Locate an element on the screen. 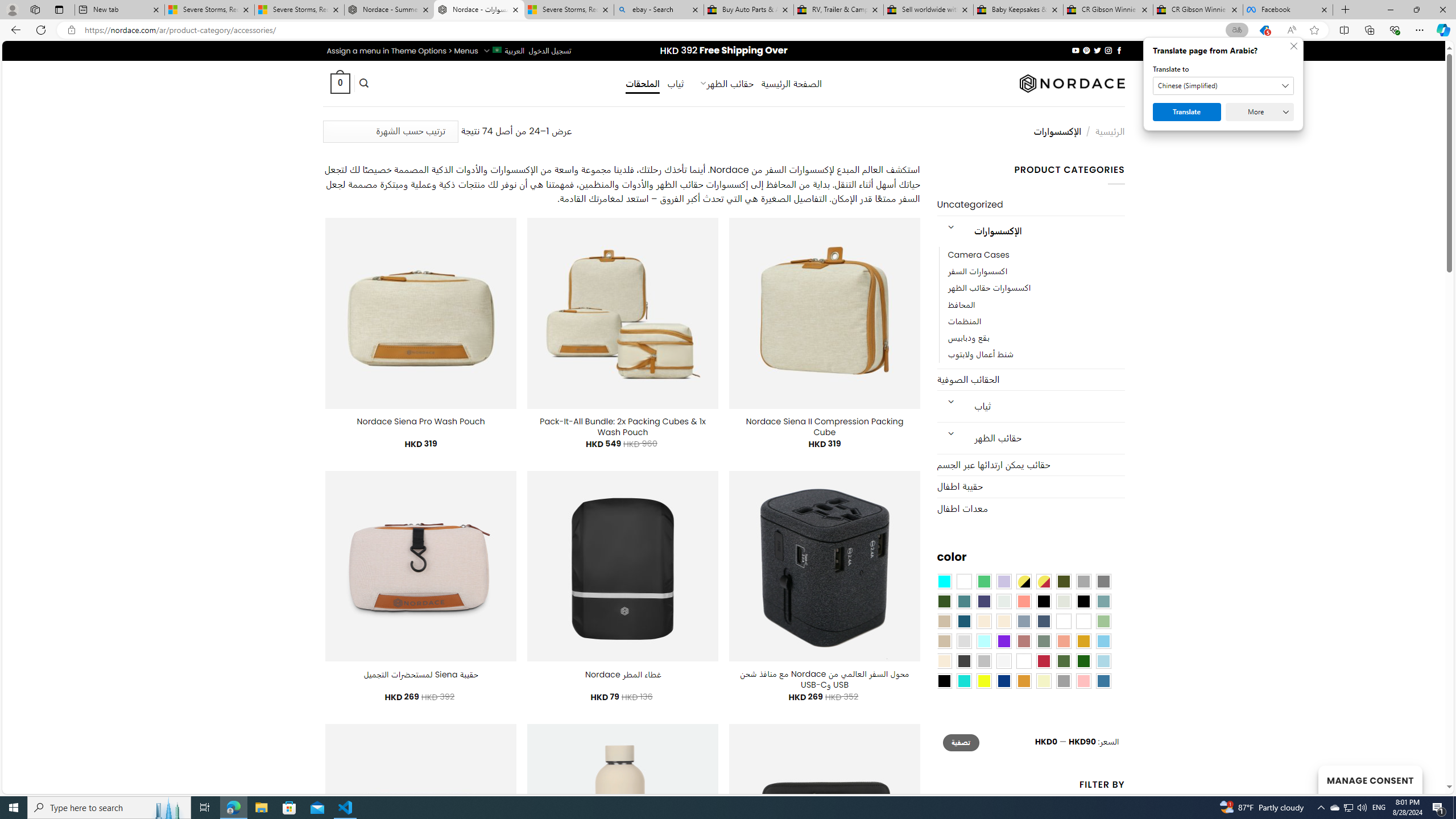 This screenshot has height=819, width=1456. 'Follow on Instagram' is located at coordinates (1108, 50).